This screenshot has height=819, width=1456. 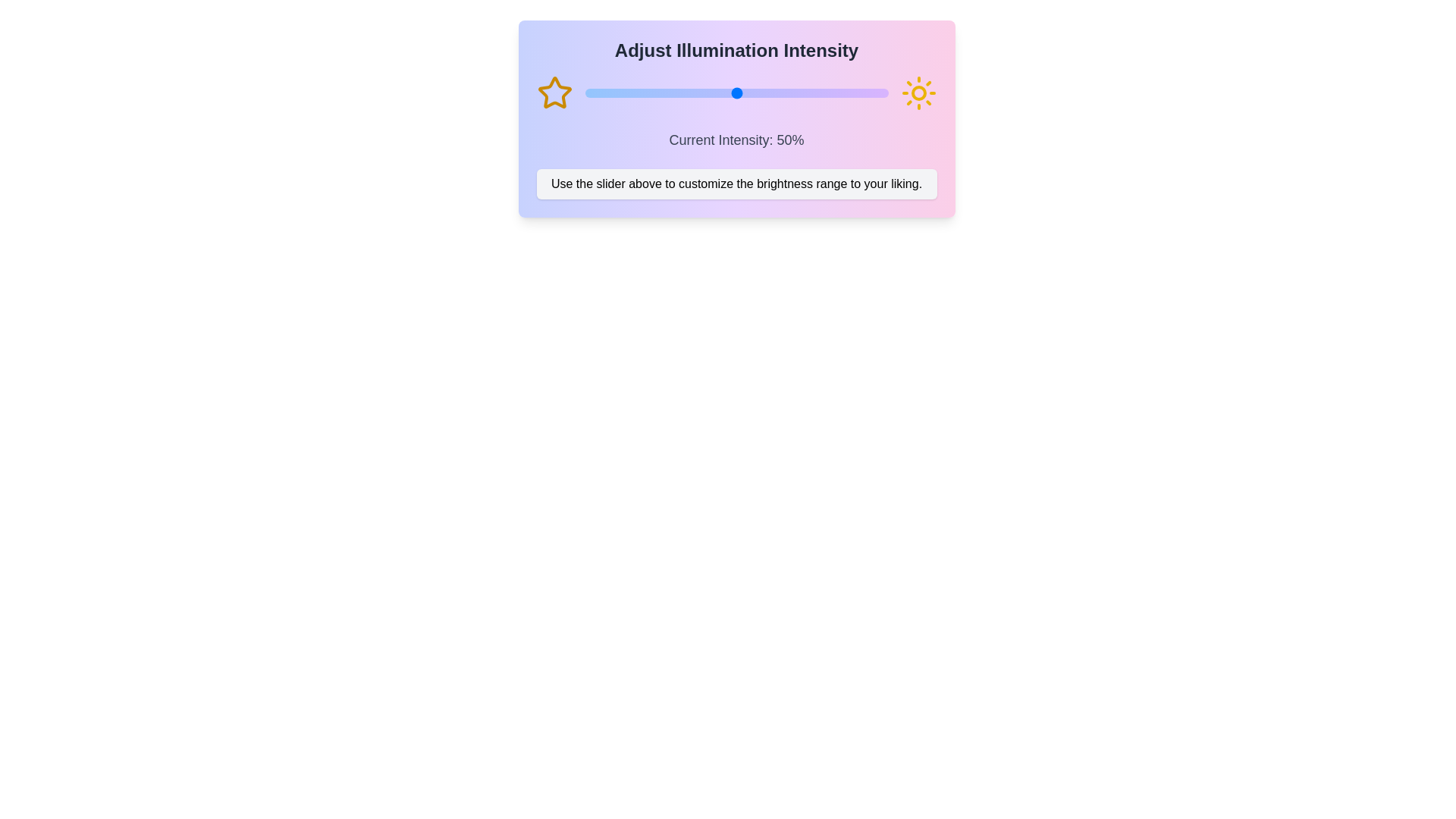 What do you see at coordinates (882, 93) in the screenshot?
I see `the slider to set the intensity to 98%` at bounding box center [882, 93].